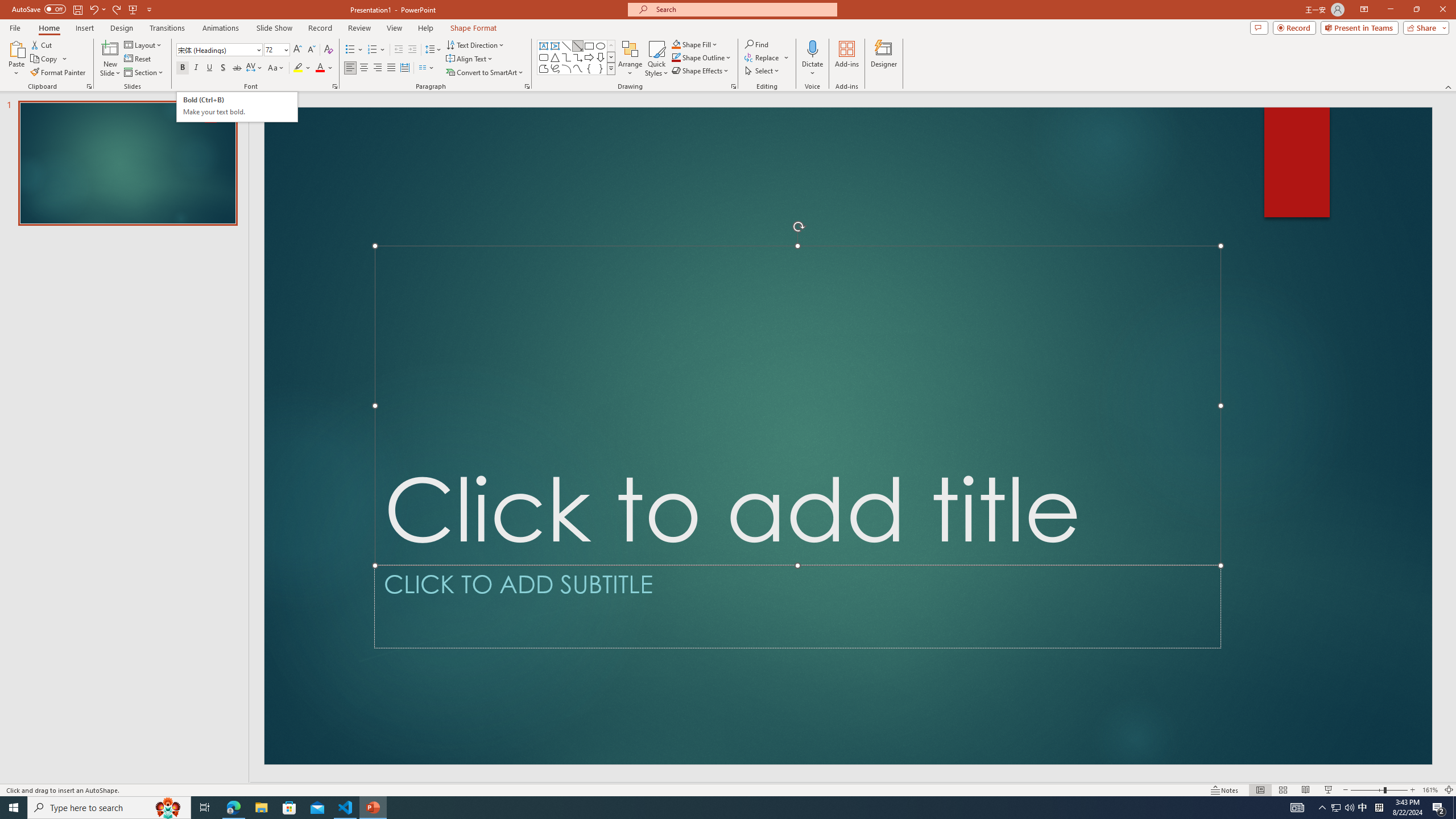  What do you see at coordinates (297, 49) in the screenshot?
I see `'Increase Font Size'` at bounding box center [297, 49].